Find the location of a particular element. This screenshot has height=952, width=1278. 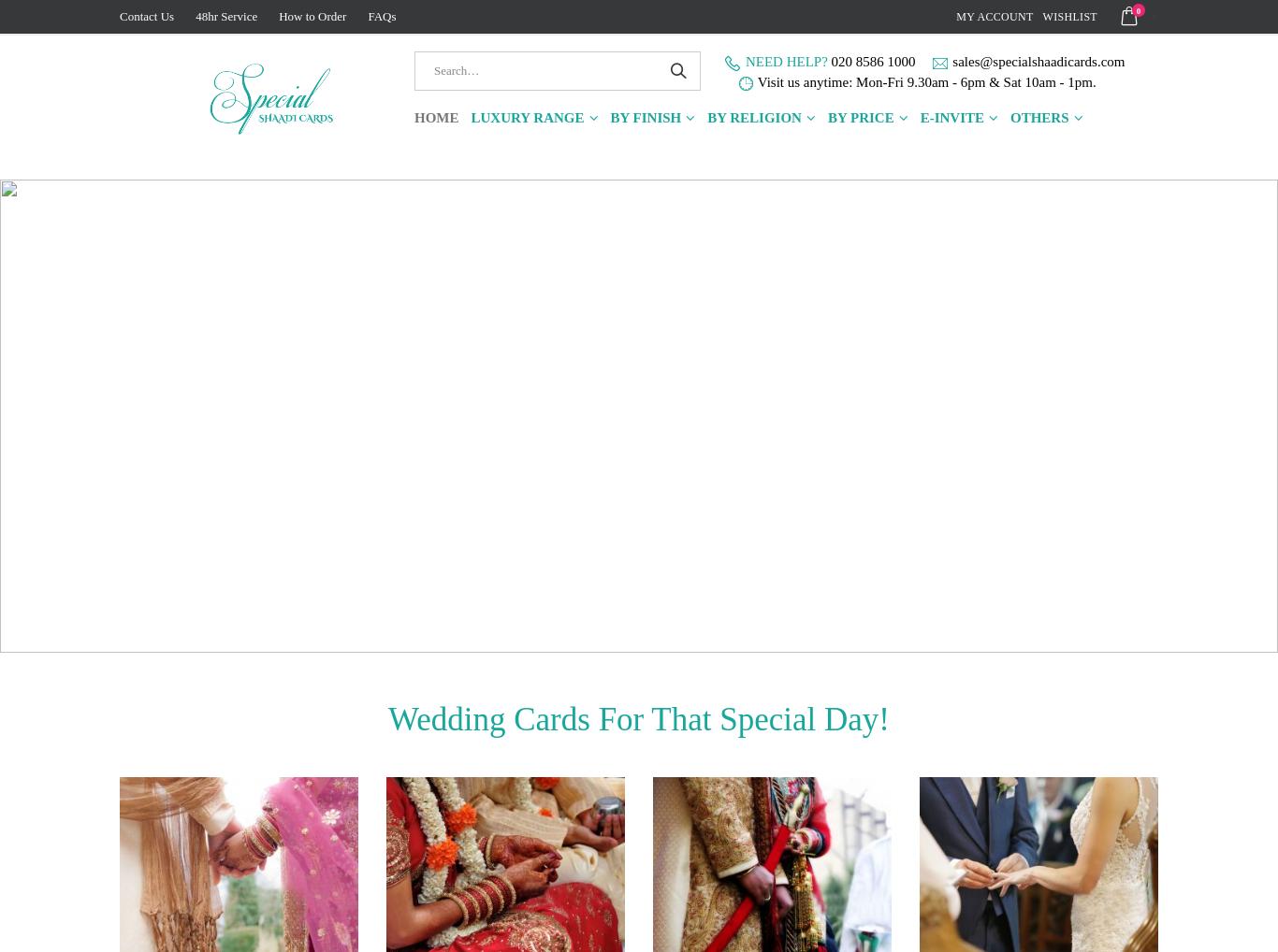

'Visit us anytime:' is located at coordinates (804, 81).